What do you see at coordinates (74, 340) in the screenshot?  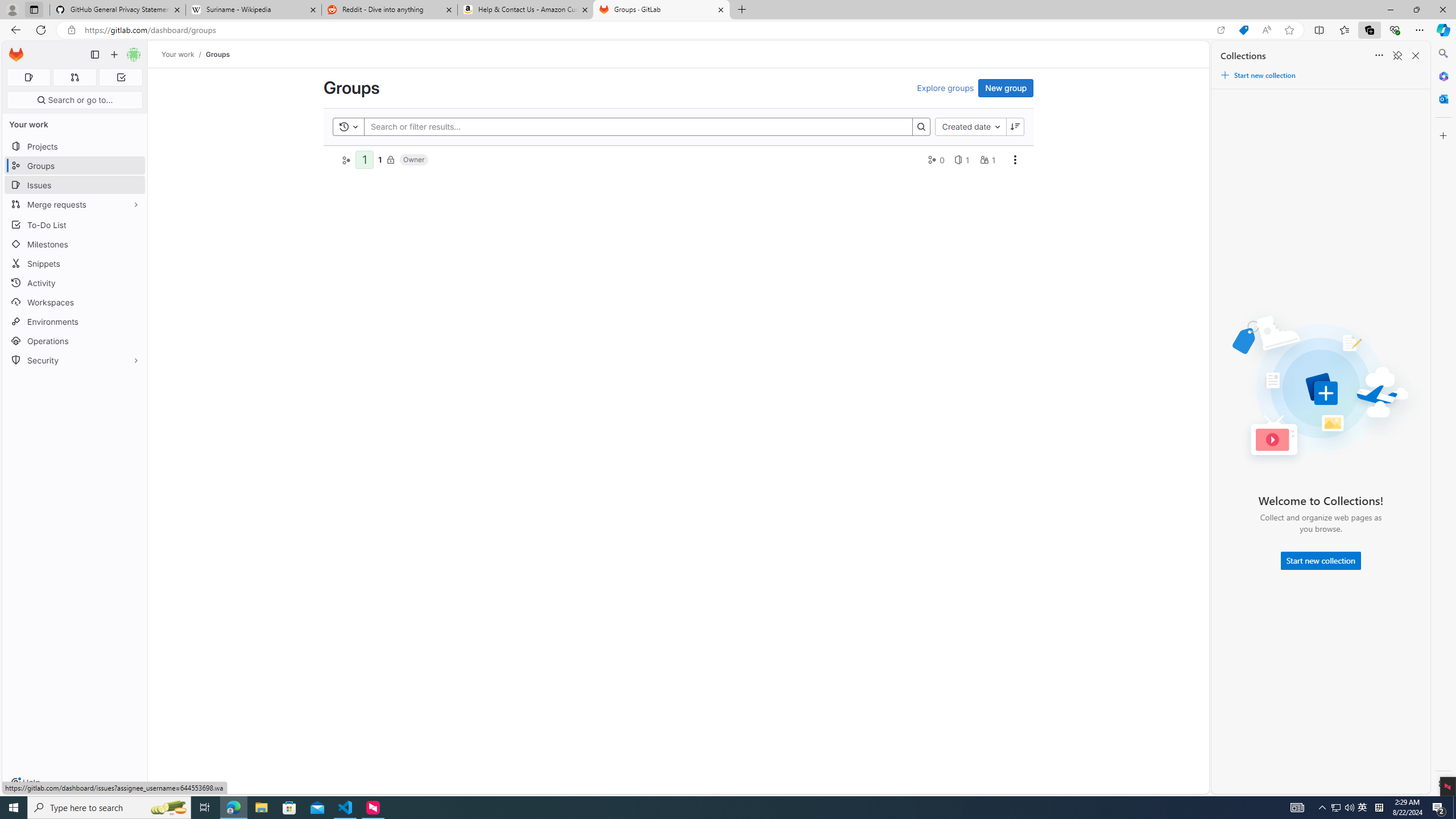 I see `'Operations'` at bounding box center [74, 340].